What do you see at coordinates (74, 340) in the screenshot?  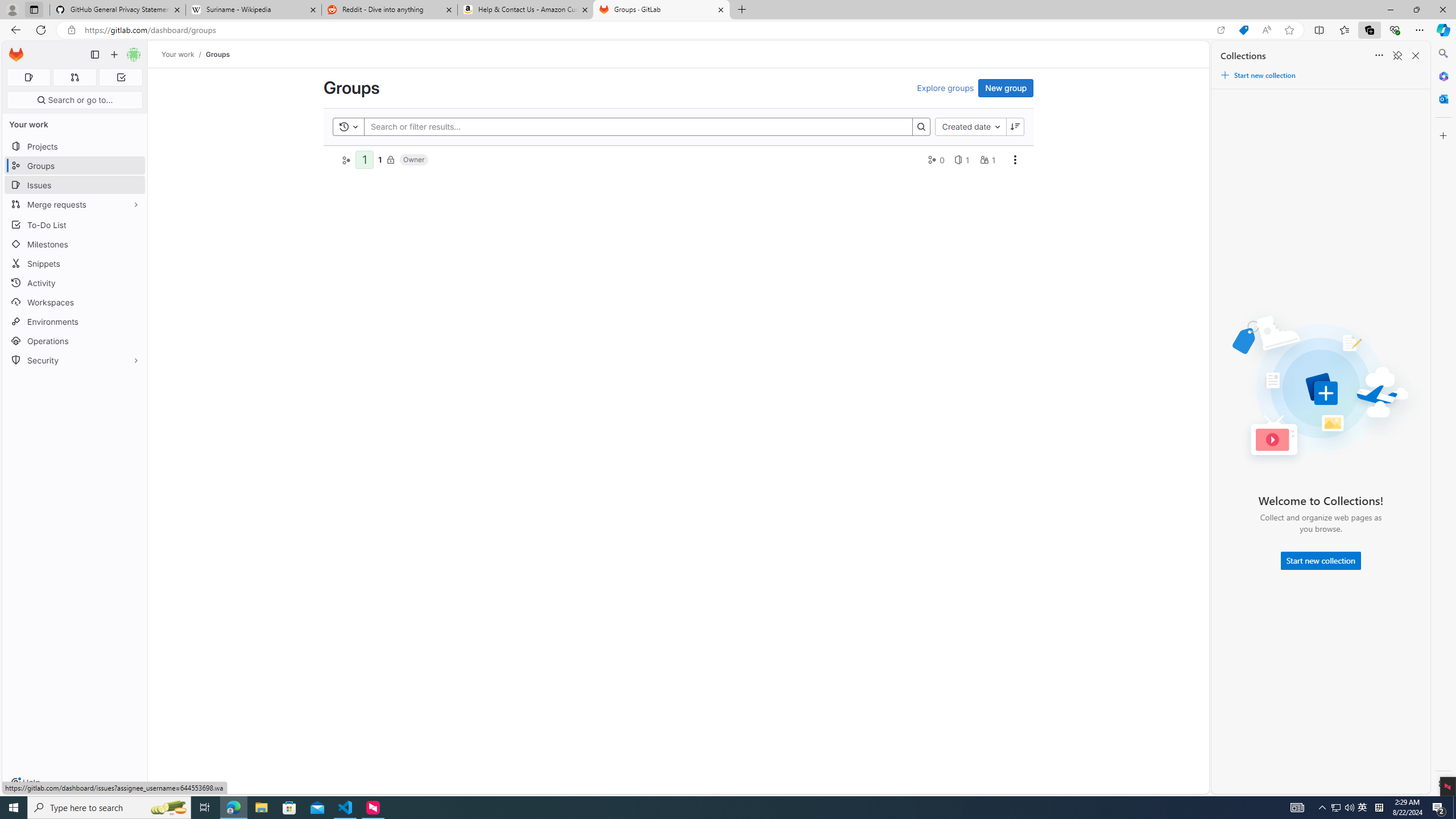 I see `'Operations'` at bounding box center [74, 340].